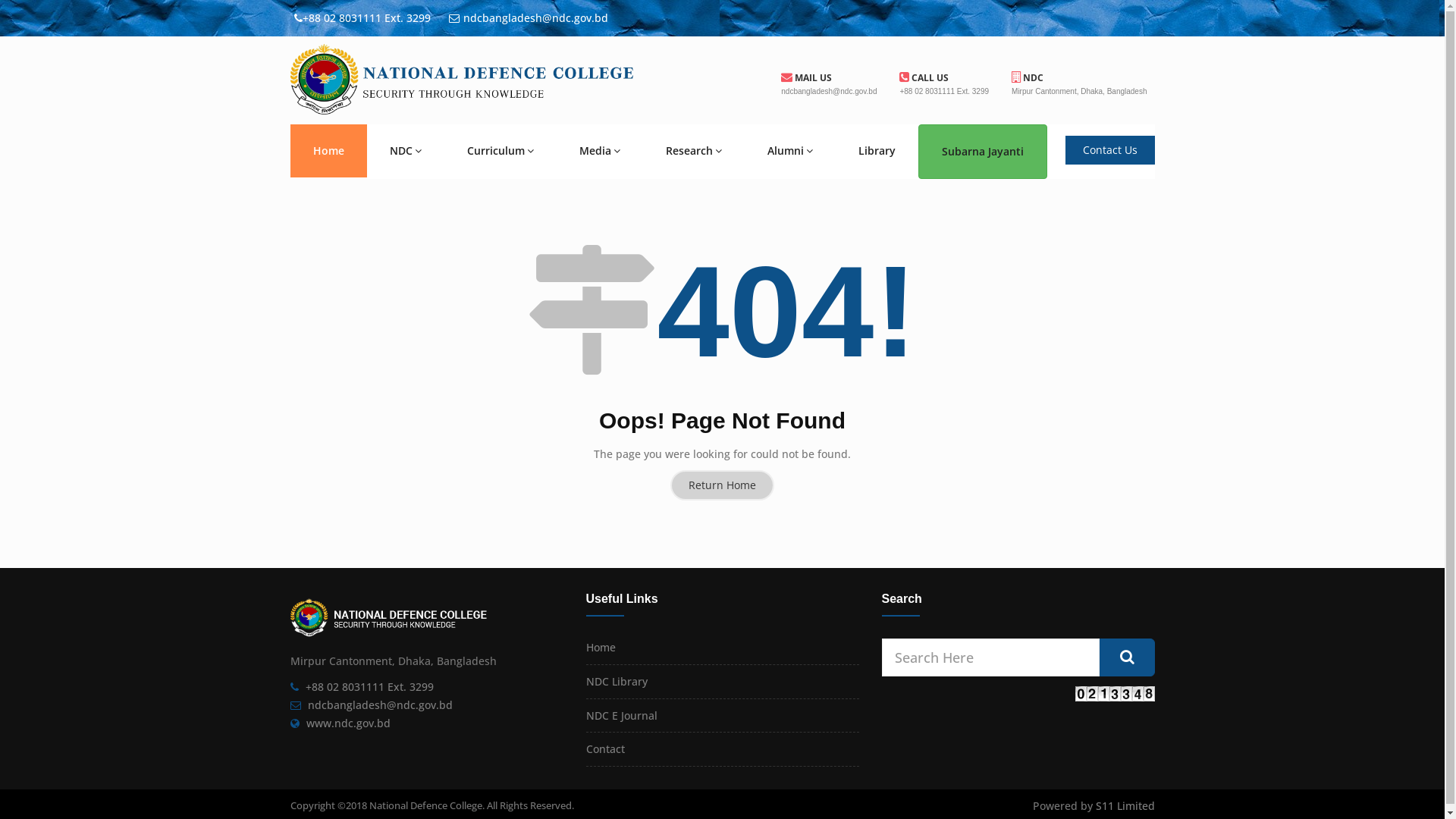 Image resolution: width=1456 pixels, height=819 pixels. What do you see at coordinates (1115, 693) in the screenshot?
I see `'Free Counter'` at bounding box center [1115, 693].